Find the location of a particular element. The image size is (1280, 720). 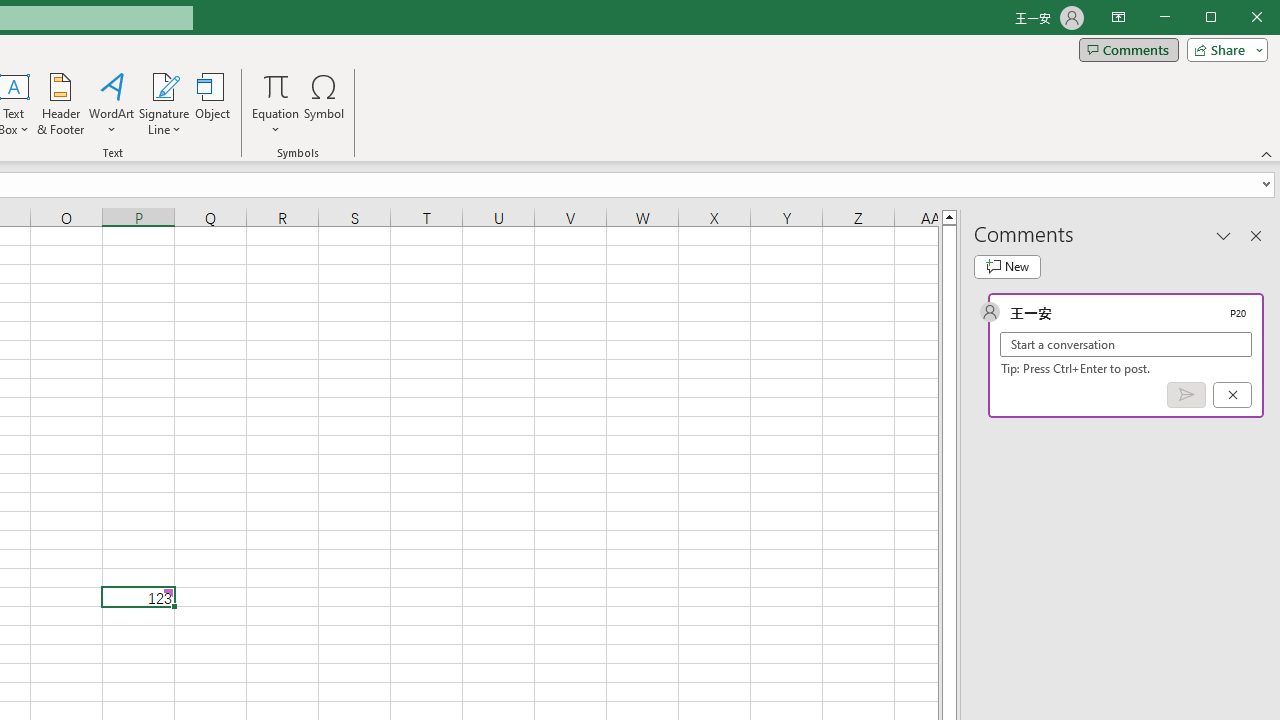

'Header & Footer...' is located at coordinates (60, 104).